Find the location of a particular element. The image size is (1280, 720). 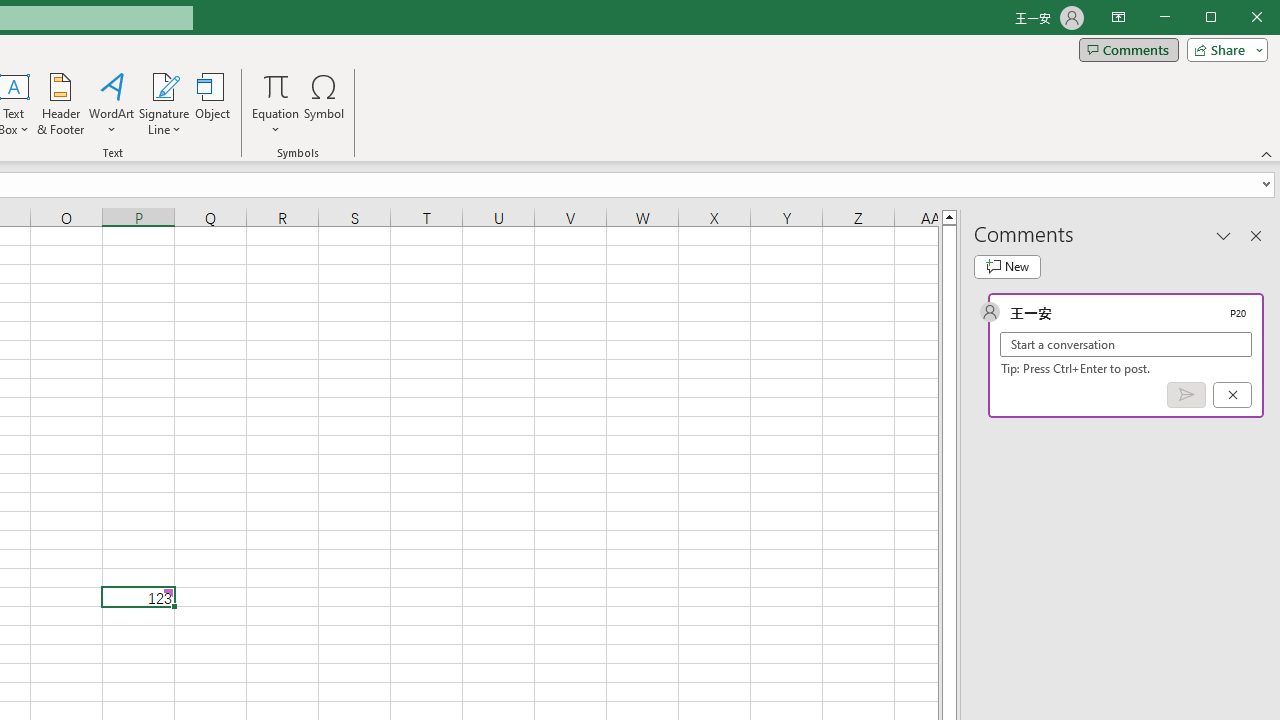

'Header & Footer...' is located at coordinates (60, 104).